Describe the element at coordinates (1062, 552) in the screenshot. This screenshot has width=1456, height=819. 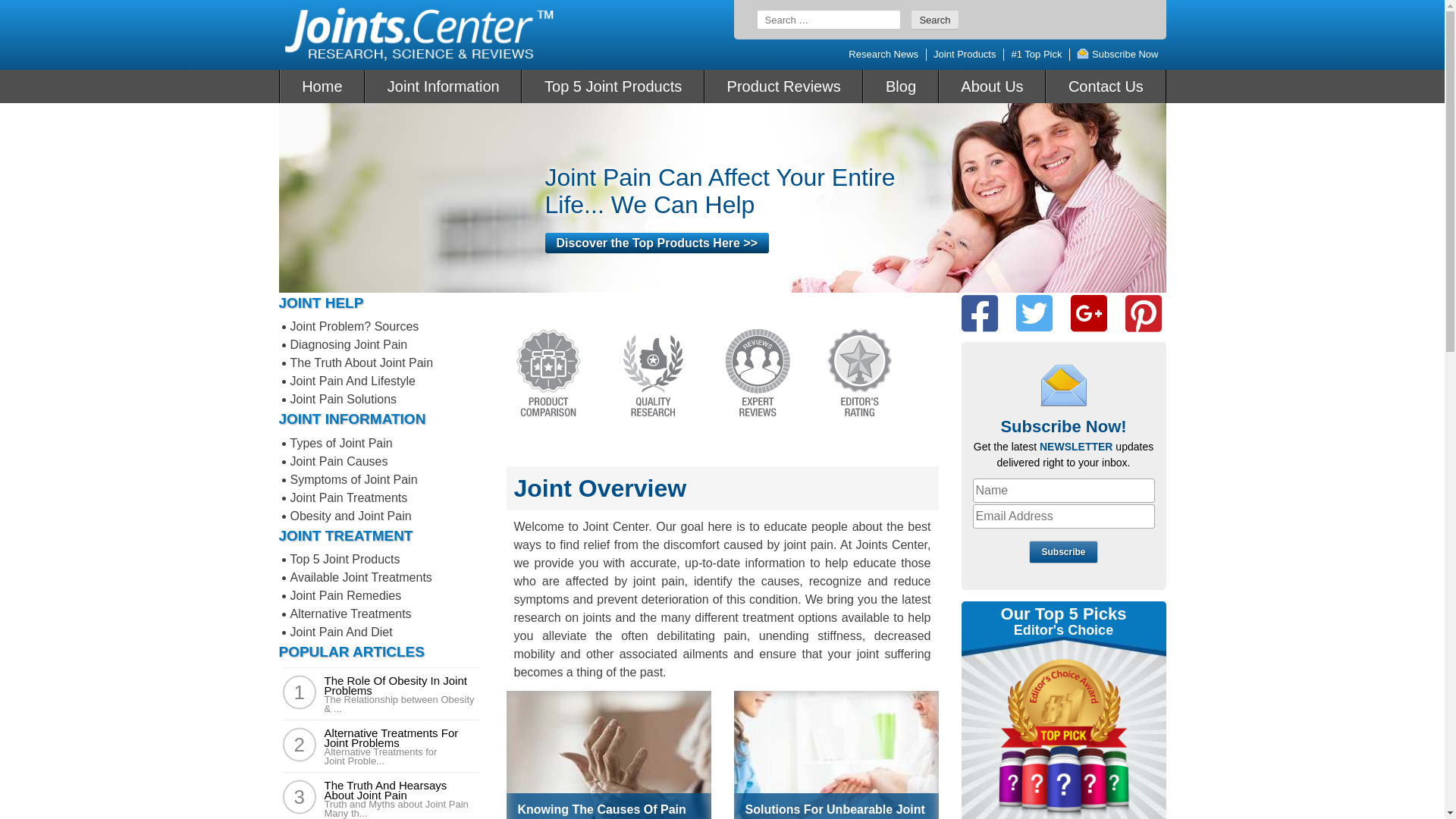
I see `'Subscribe'` at that location.